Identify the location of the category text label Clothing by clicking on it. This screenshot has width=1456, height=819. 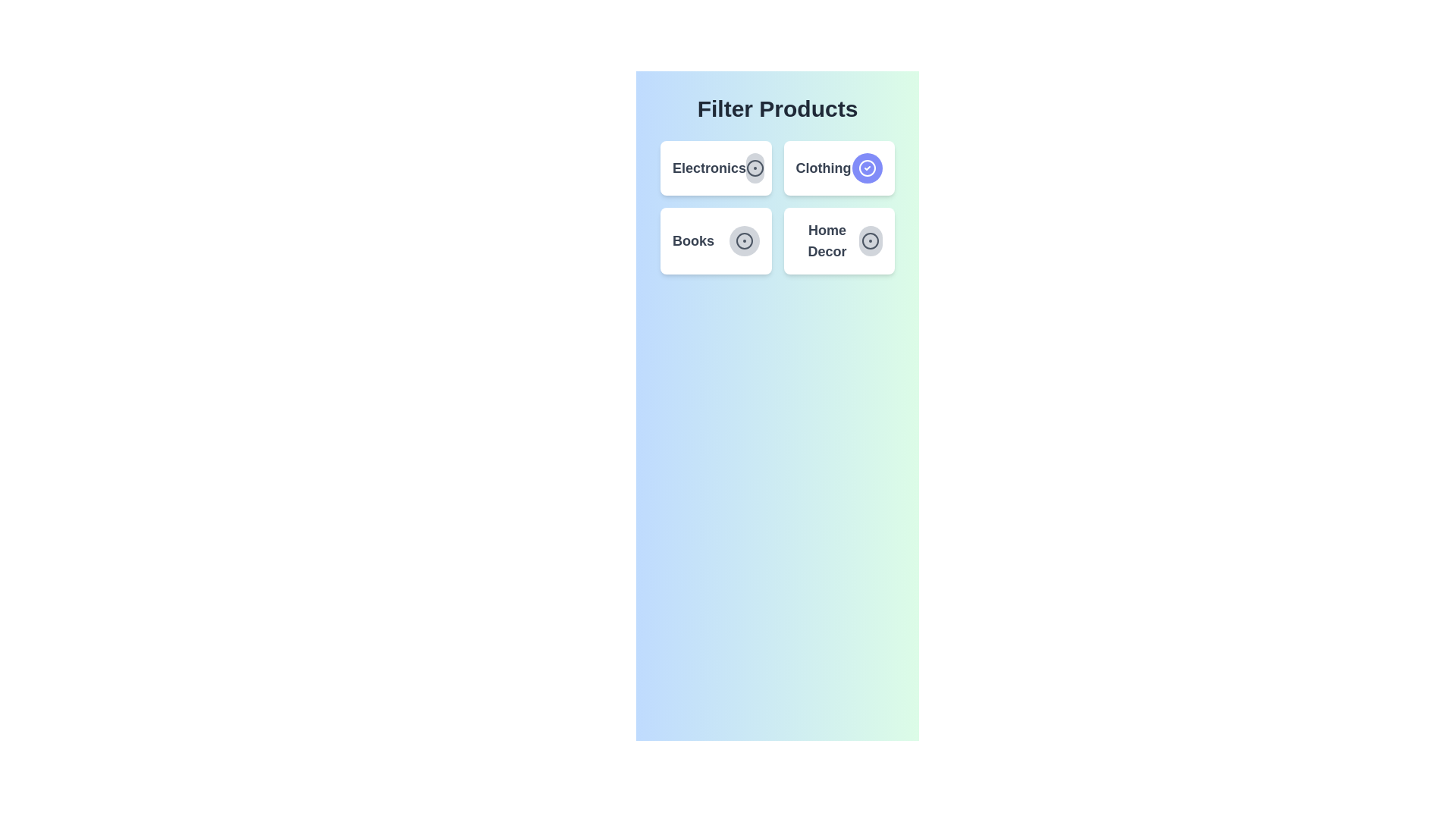
(822, 168).